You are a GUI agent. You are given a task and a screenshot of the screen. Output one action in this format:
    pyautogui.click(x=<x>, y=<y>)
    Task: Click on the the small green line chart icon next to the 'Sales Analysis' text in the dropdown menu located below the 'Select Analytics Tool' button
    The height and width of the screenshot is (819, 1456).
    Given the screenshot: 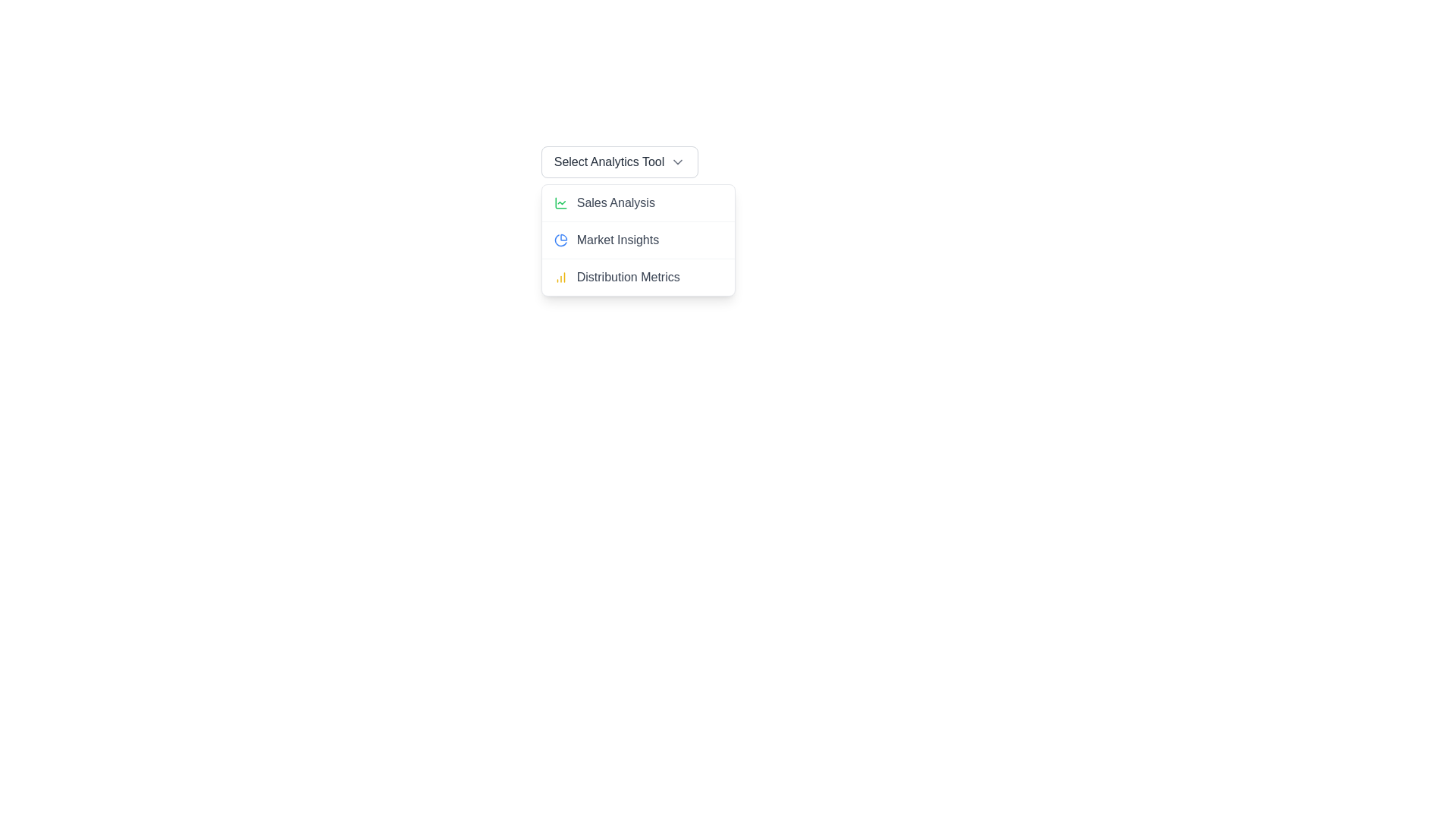 What is the action you would take?
    pyautogui.click(x=560, y=202)
    